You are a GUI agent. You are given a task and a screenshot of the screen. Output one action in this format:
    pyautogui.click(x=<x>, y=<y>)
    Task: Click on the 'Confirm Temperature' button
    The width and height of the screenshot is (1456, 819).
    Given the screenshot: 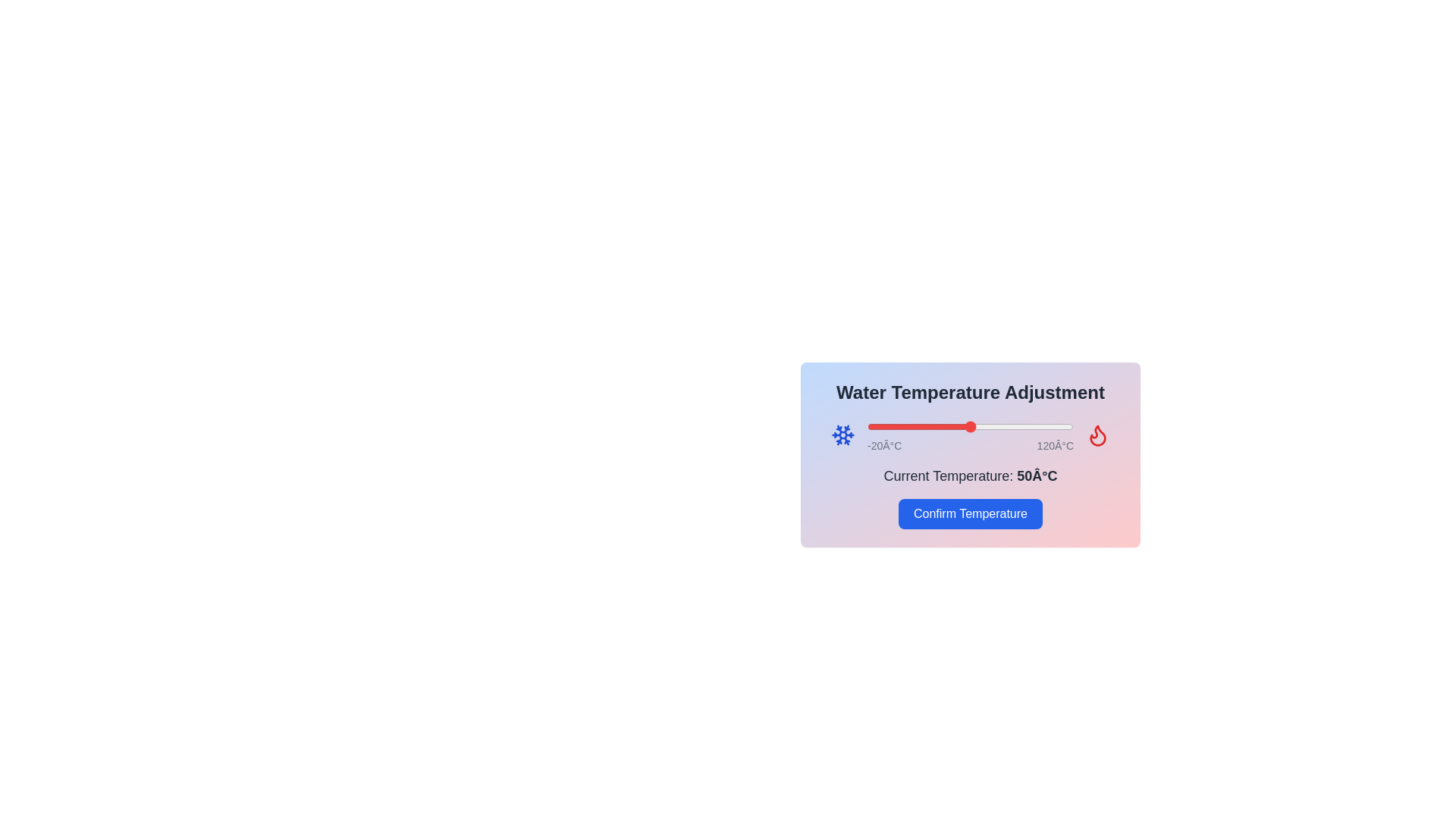 What is the action you would take?
    pyautogui.click(x=971, y=513)
    